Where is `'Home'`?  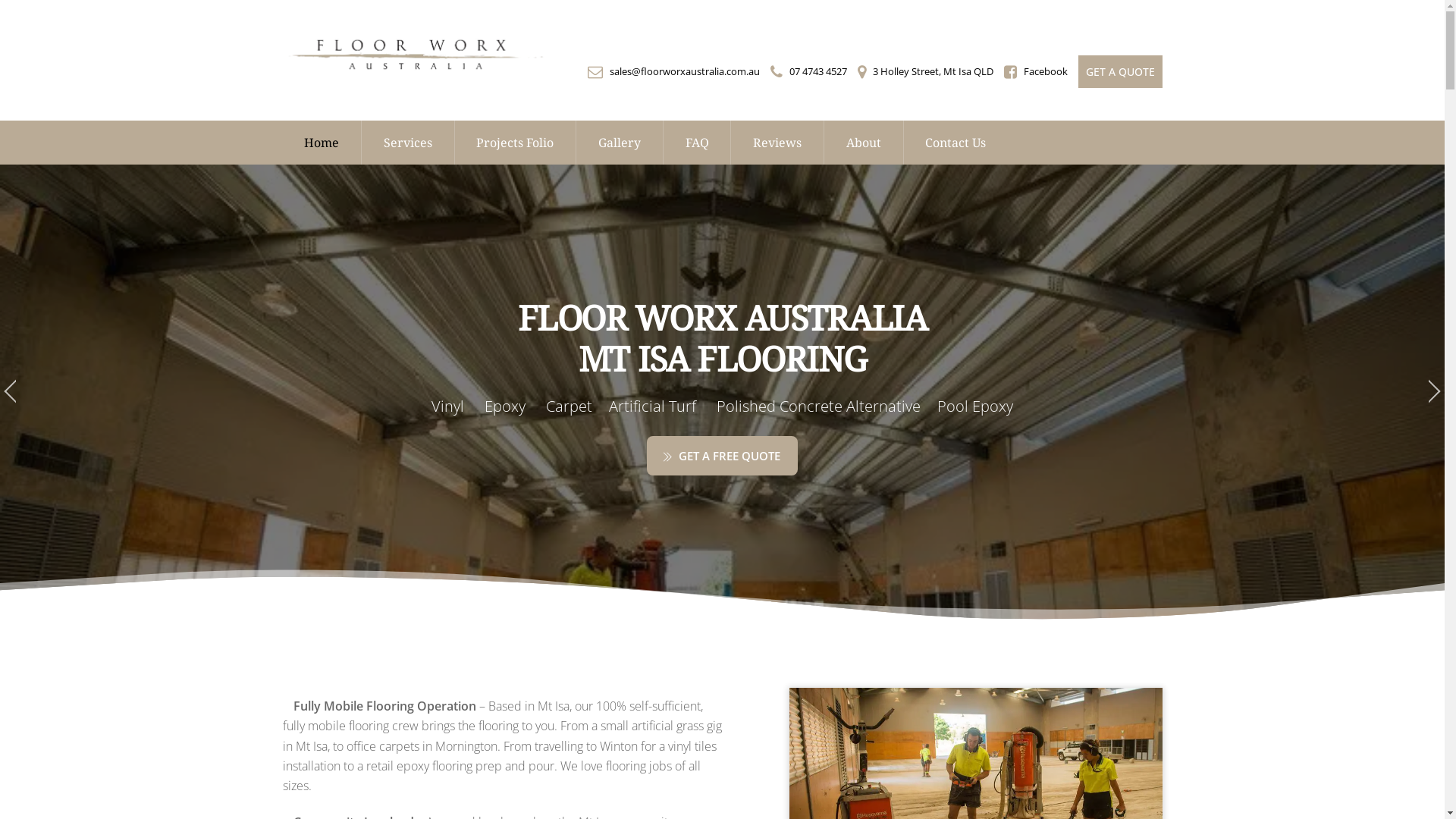 'Home' is located at coordinates (320, 143).